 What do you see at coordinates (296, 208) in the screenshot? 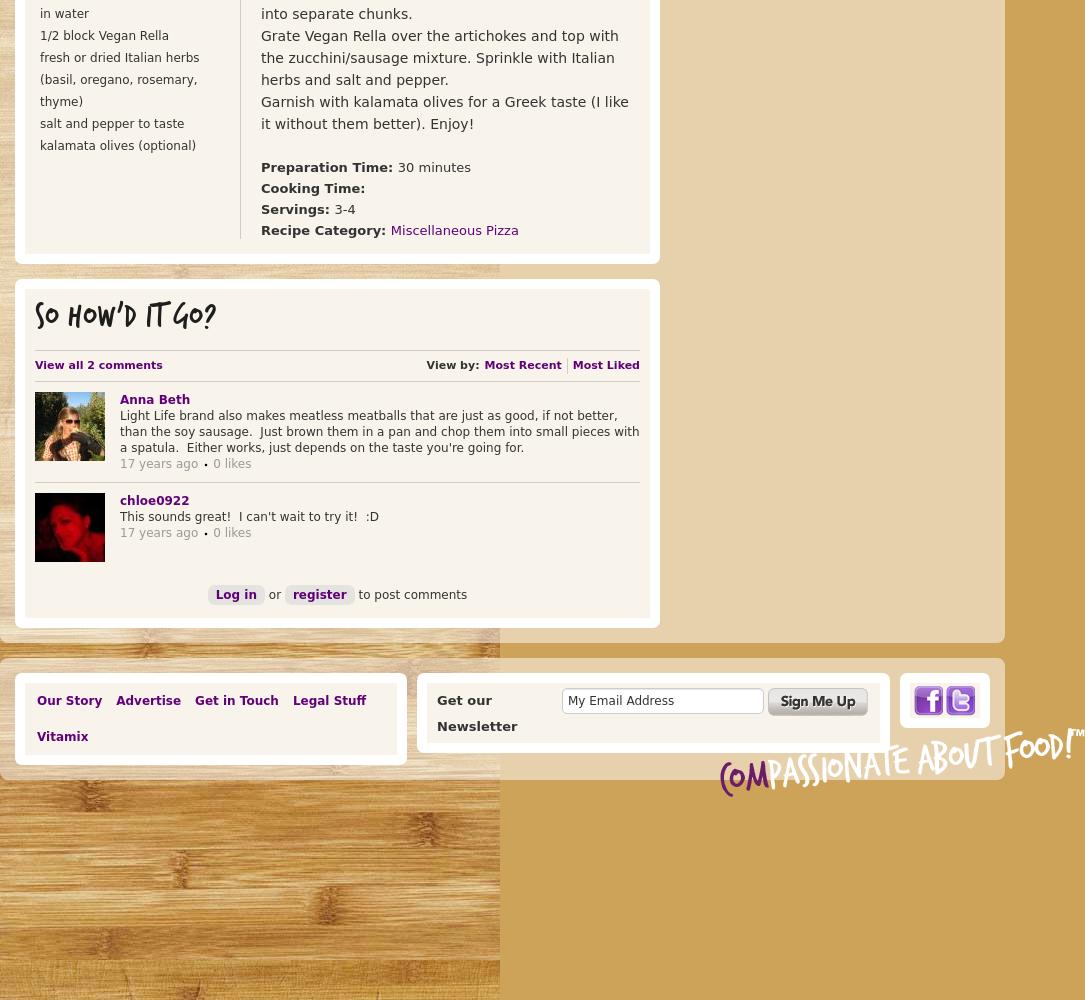
I see `'Servings:'` at bounding box center [296, 208].